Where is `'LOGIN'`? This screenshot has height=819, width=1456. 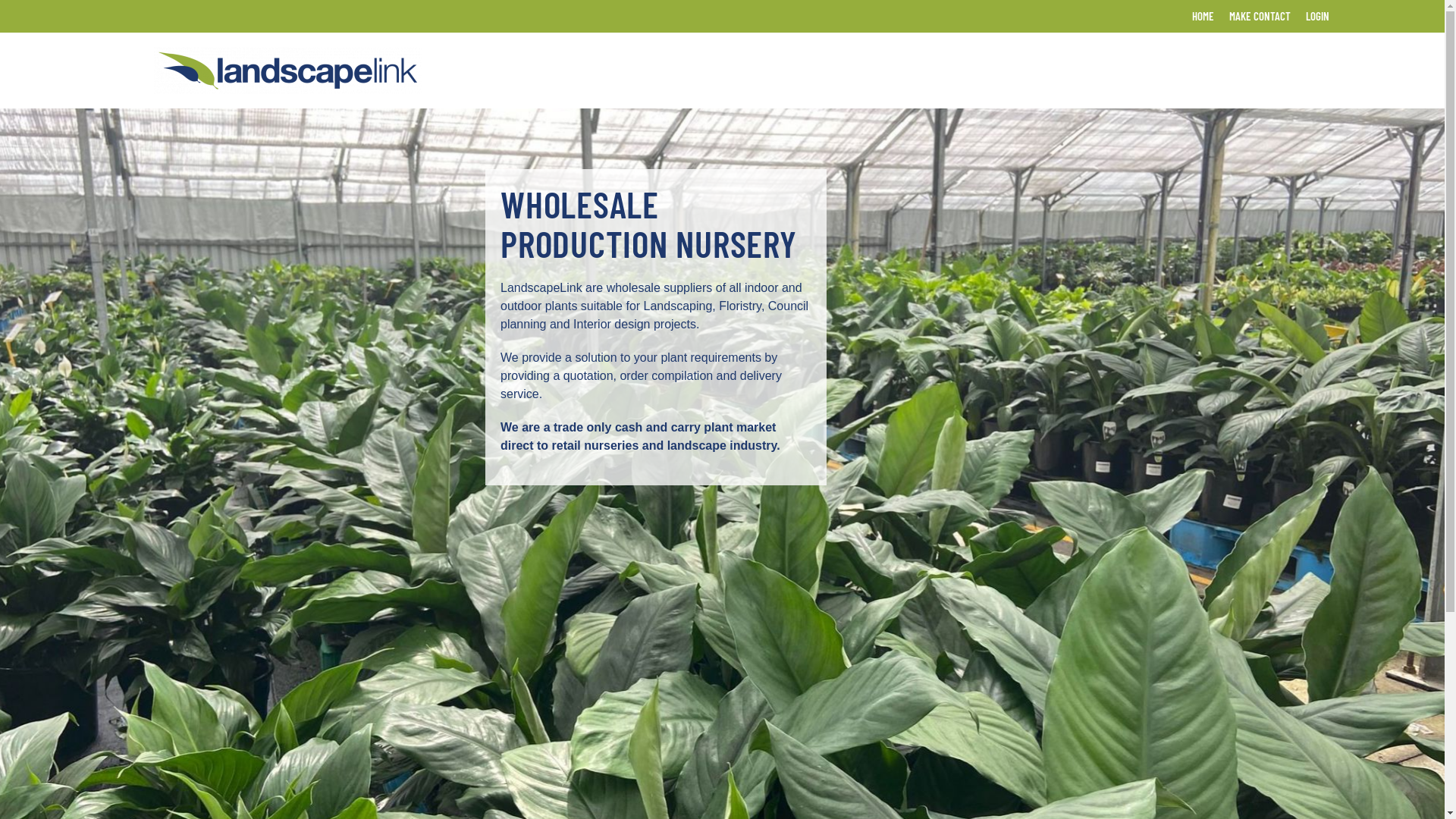 'LOGIN' is located at coordinates (1316, 16).